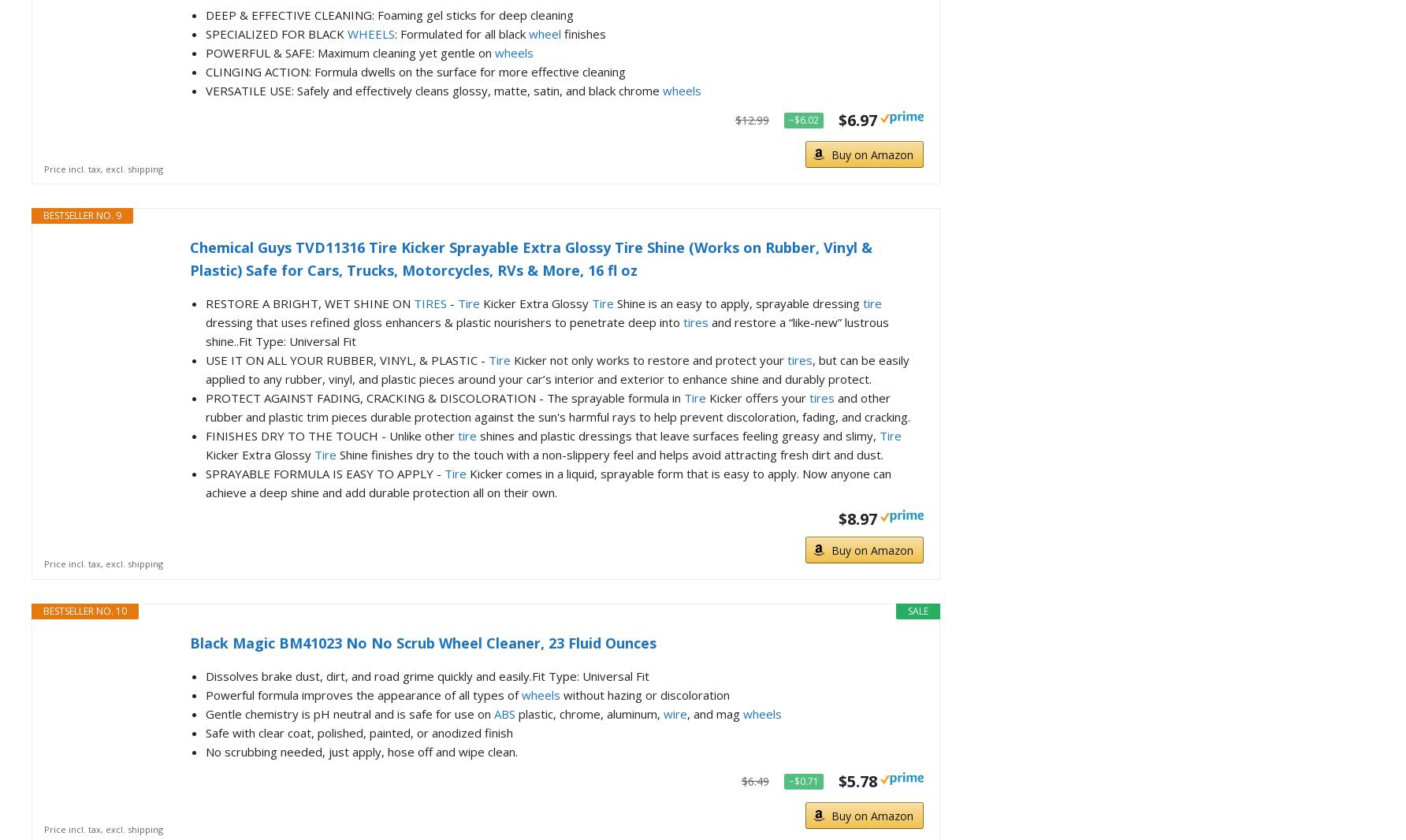  What do you see at coordinates (677, 433) in the screenshot?
I see `'shines and plastic dressings that leave surfaces feeling greasy and slimy,'` at bounding box center [677, 433].